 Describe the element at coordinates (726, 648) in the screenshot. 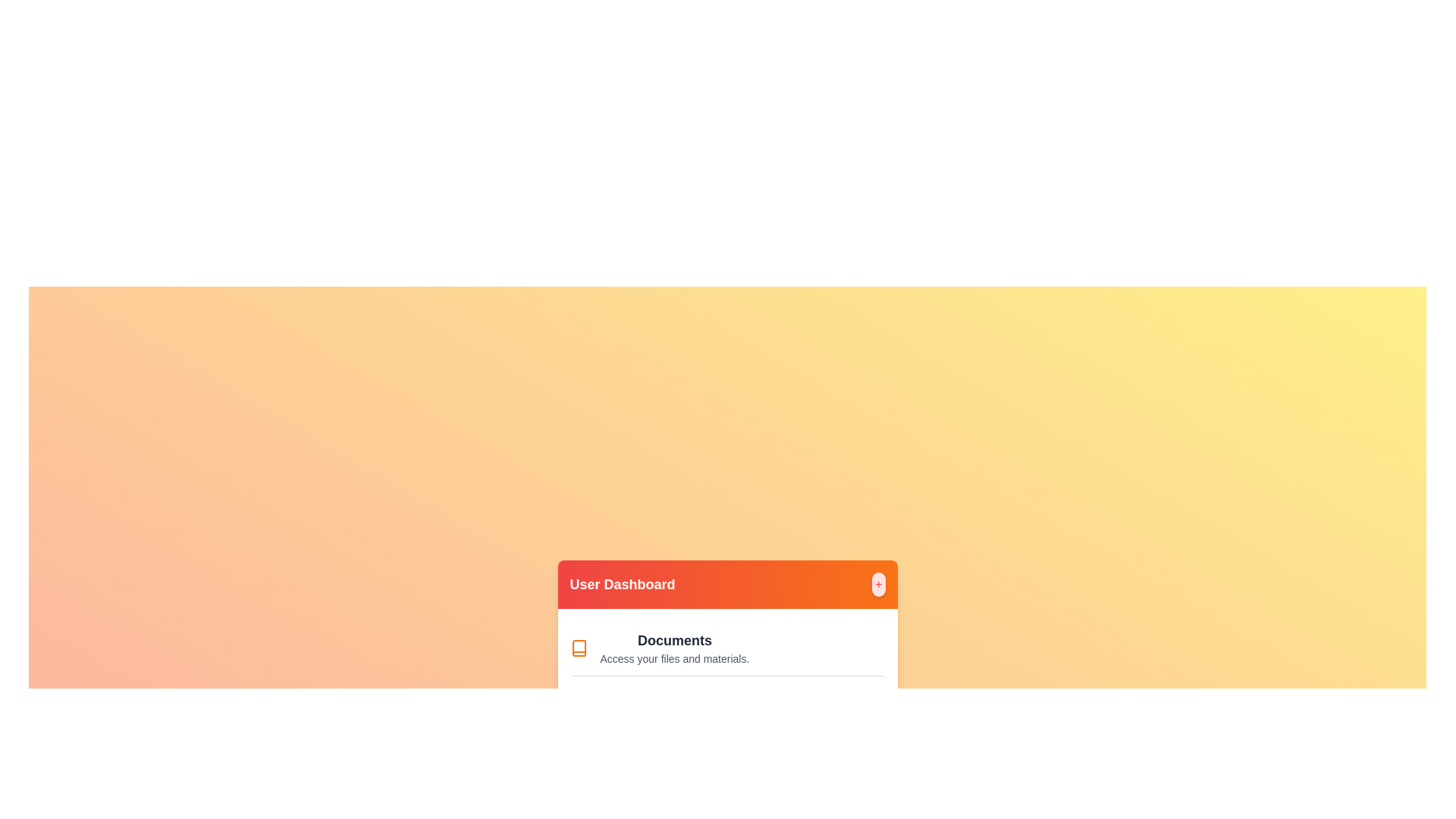

I see `the menu item Documents to view its hover effect` at that location.